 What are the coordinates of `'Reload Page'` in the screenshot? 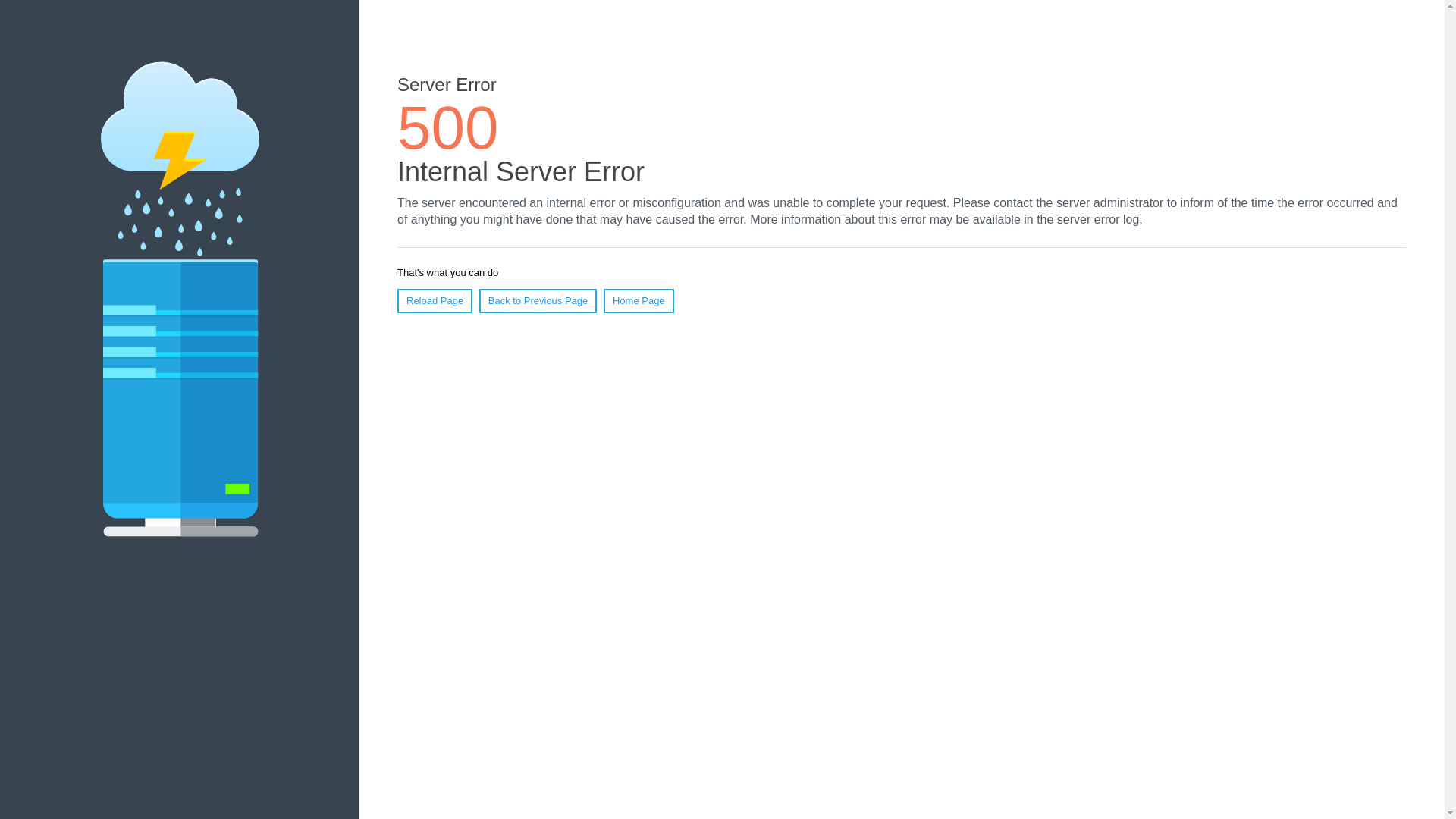 It's located at (434, 301).